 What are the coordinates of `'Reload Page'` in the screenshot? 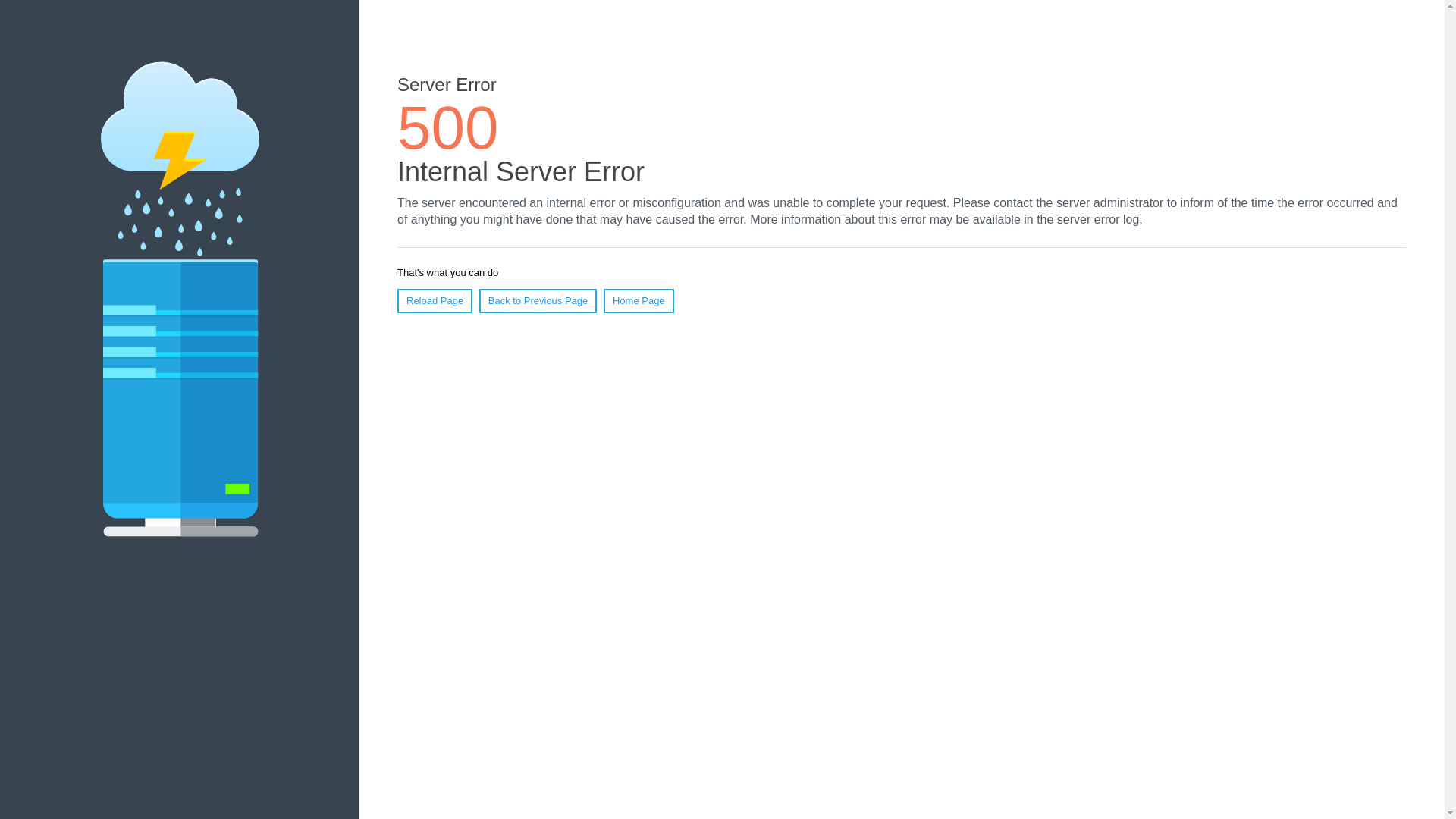 It's located at (434, 301).